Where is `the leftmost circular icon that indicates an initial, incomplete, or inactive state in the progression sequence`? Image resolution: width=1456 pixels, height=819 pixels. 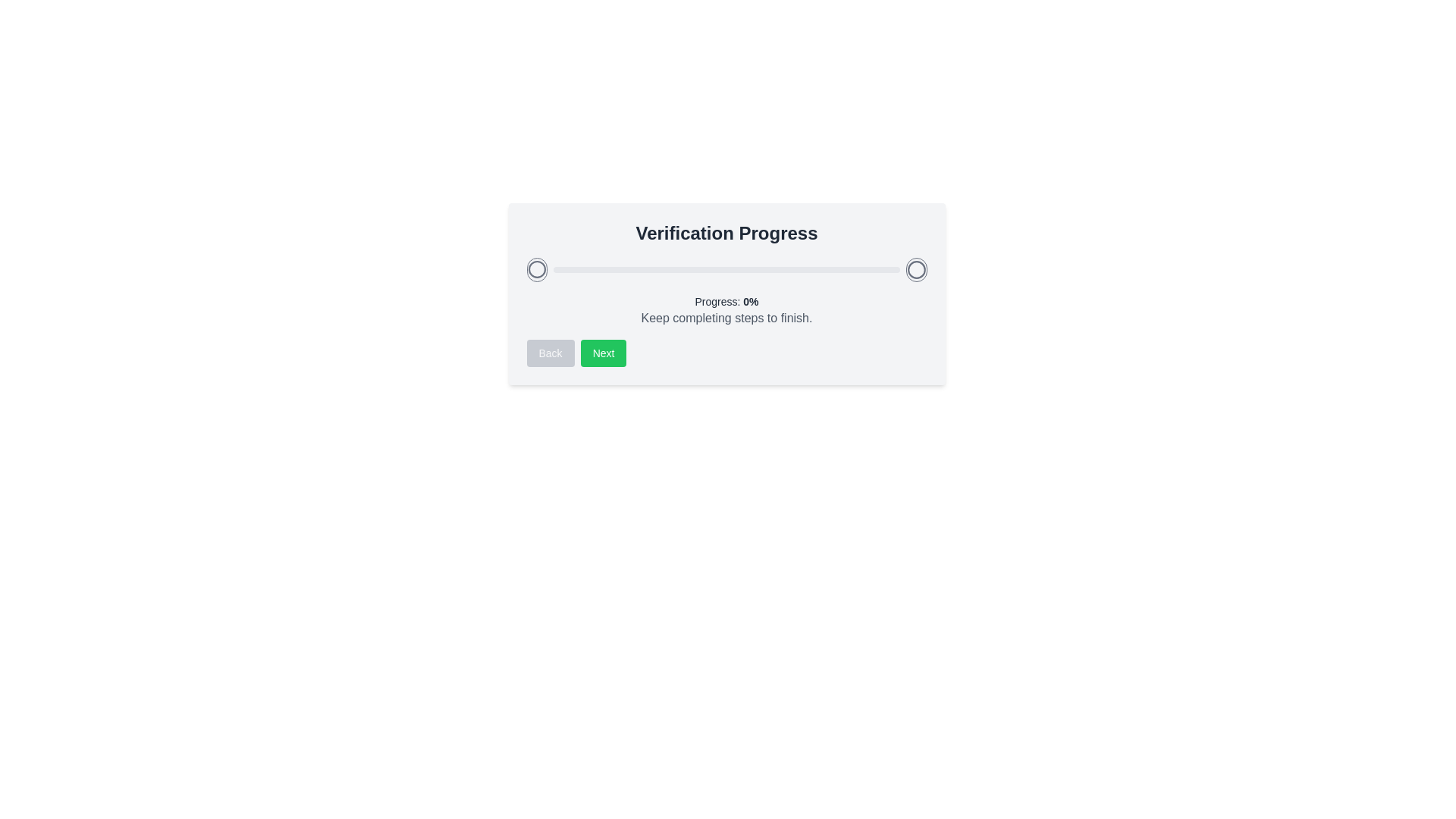
the leftmost circular icon that indicates an initial, incomplete, or inactive state in the progression sequence is located at coordinates (537, 268).